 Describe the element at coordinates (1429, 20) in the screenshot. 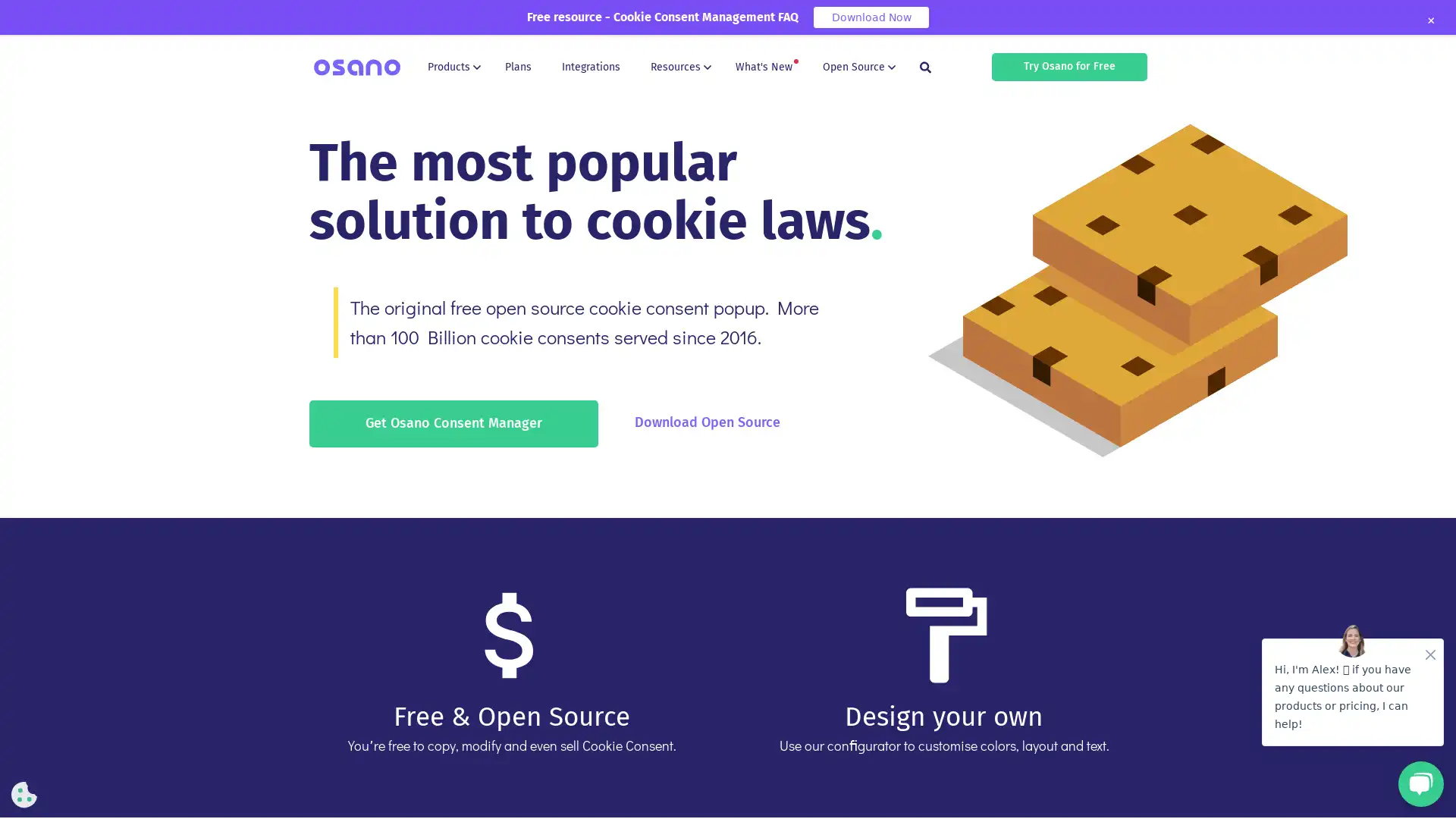

I see `Close` at that location.